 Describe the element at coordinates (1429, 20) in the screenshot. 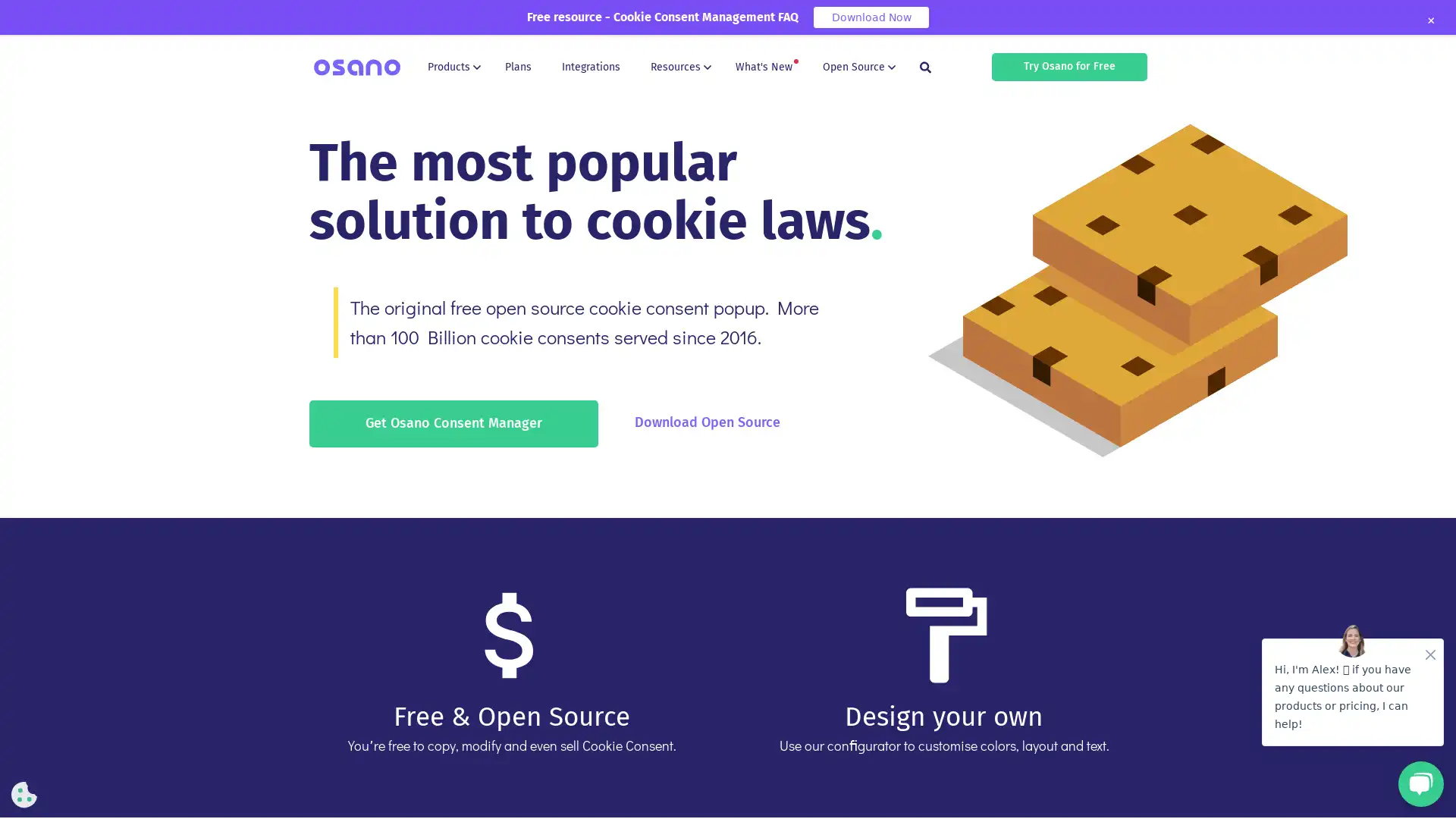

I see `Close` at that location.